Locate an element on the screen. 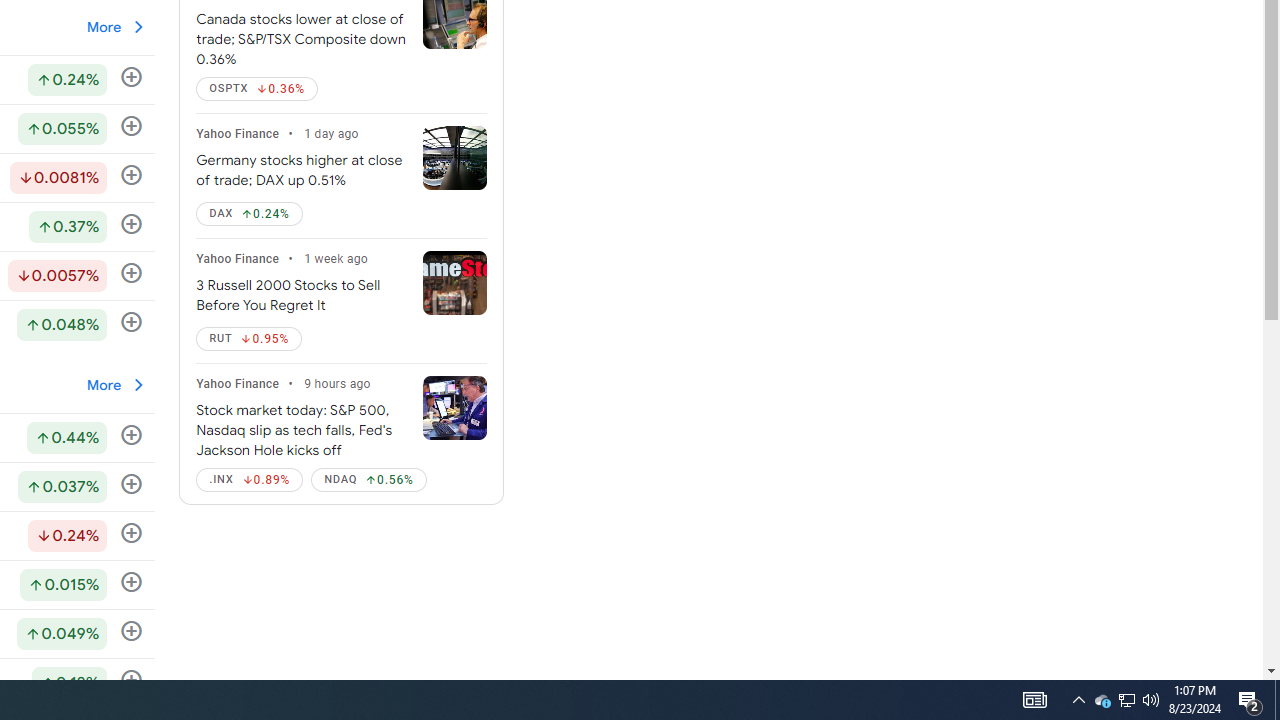 This screenshot has height=720, width=1280. '.INX Down by 0.89%' is located at coordinates (249, 479).